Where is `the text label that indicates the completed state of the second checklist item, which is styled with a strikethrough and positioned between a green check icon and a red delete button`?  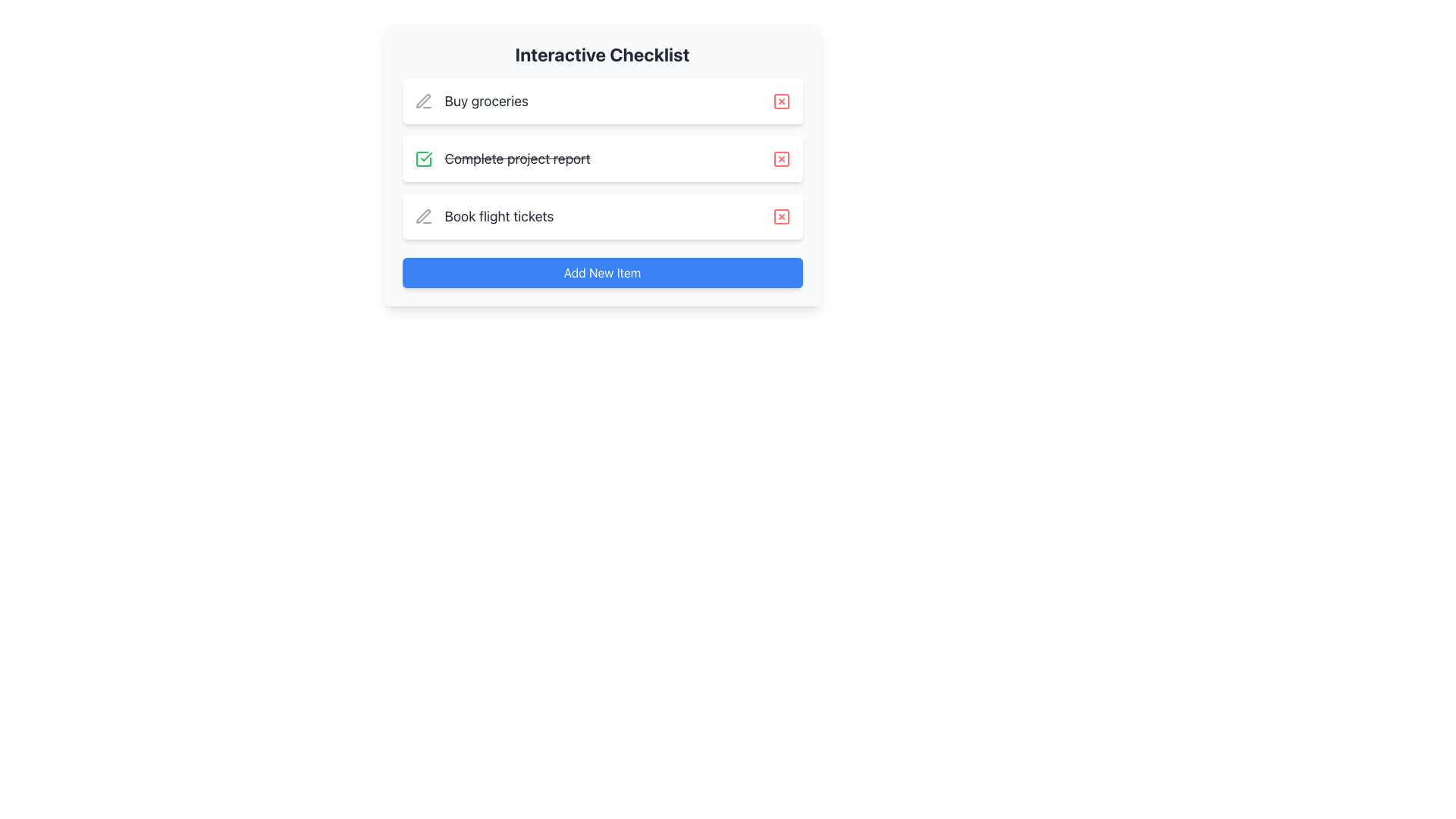 the text label that indicates the completed state of the second checklist item, which is styled with a strikethrough and positioned between a green check icon and a red delete button is located at coordinates (517, 158).